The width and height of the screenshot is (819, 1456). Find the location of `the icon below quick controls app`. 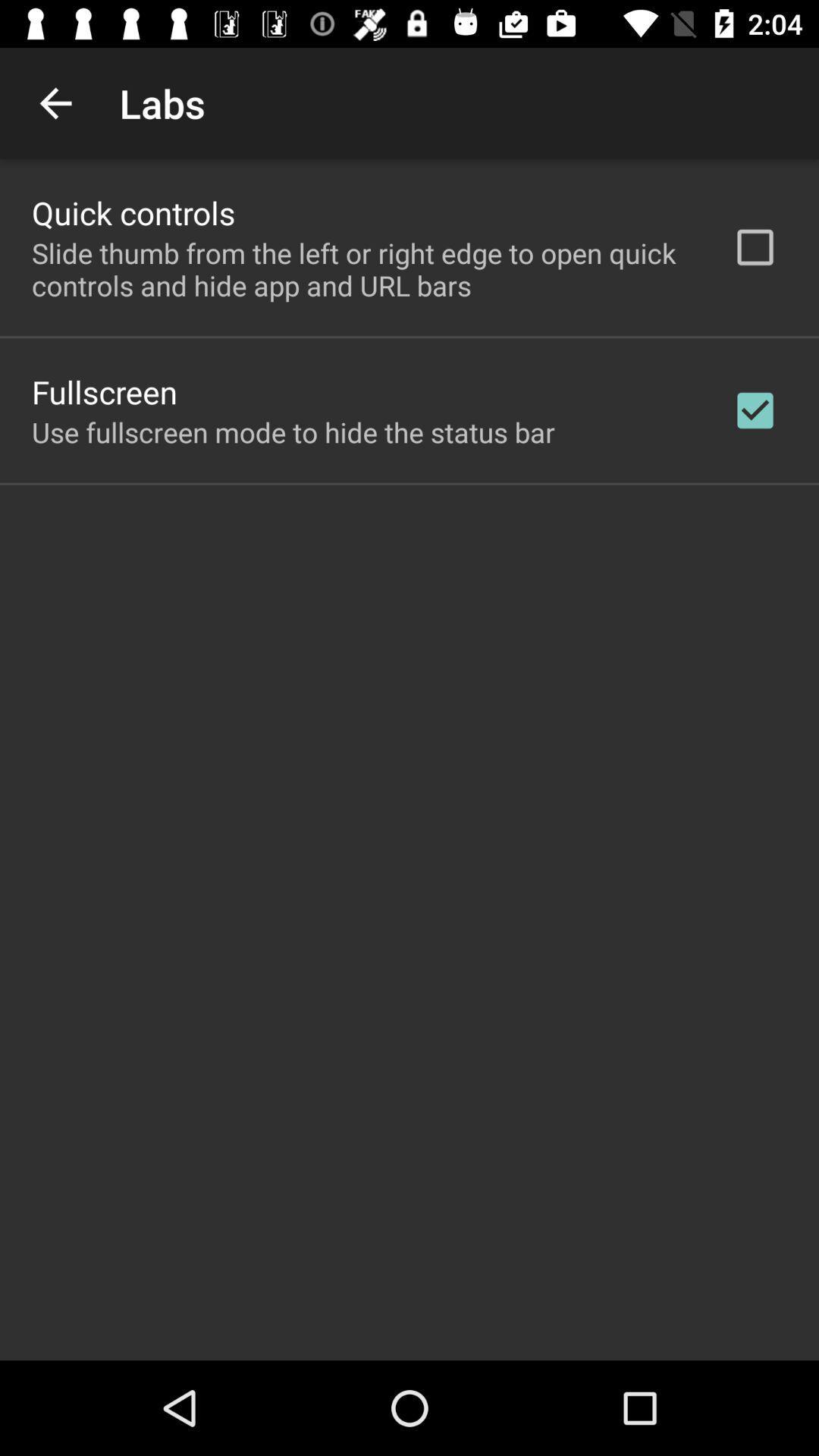

the icon below quick controls app is located at coordinates (362, 269).